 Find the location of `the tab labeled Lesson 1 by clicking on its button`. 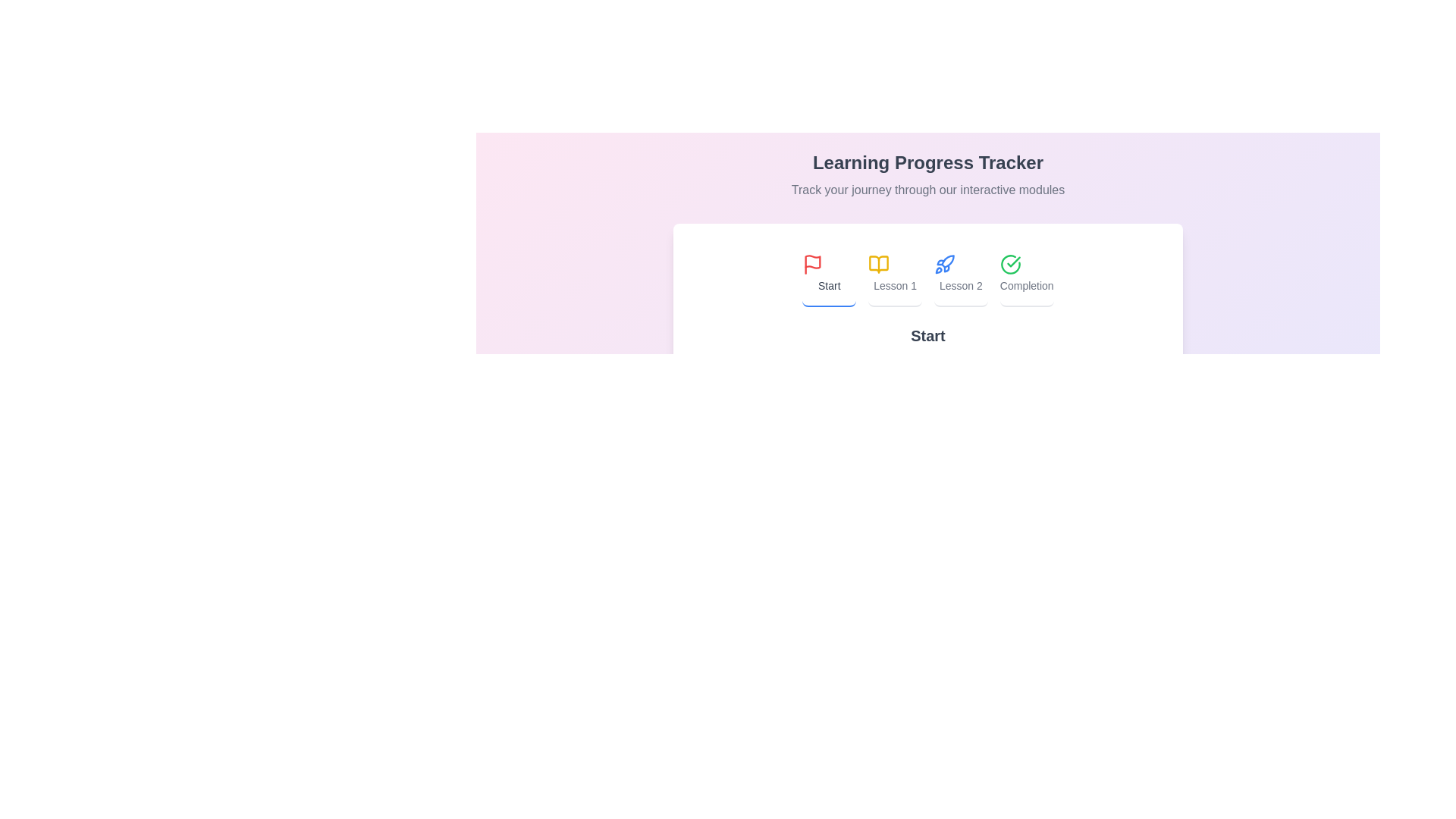

the tab labeled Lesson 1 by clicking on its button is located at coordinates (895, 275).